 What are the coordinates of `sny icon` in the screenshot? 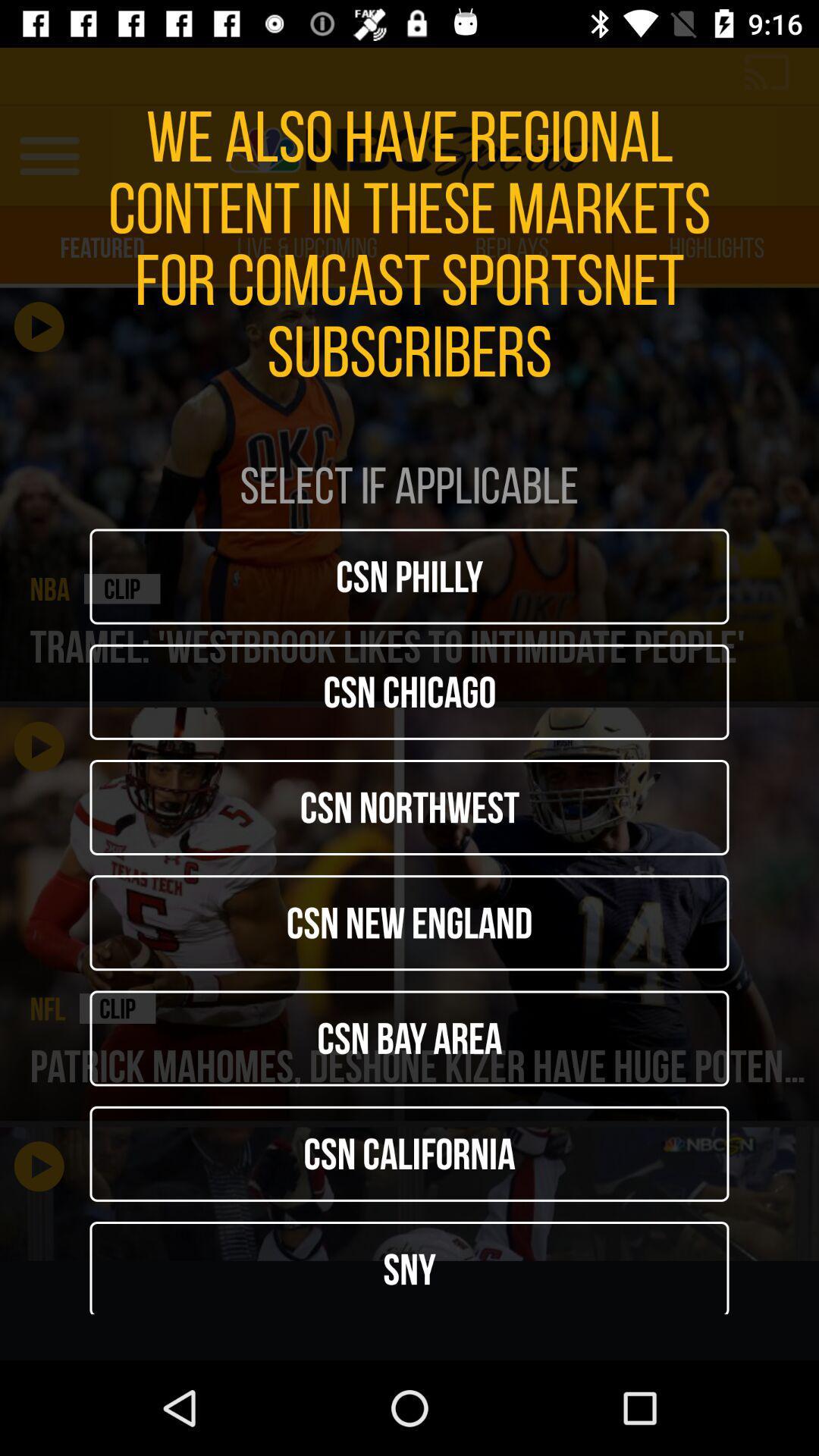 It's located at (409, 1268).